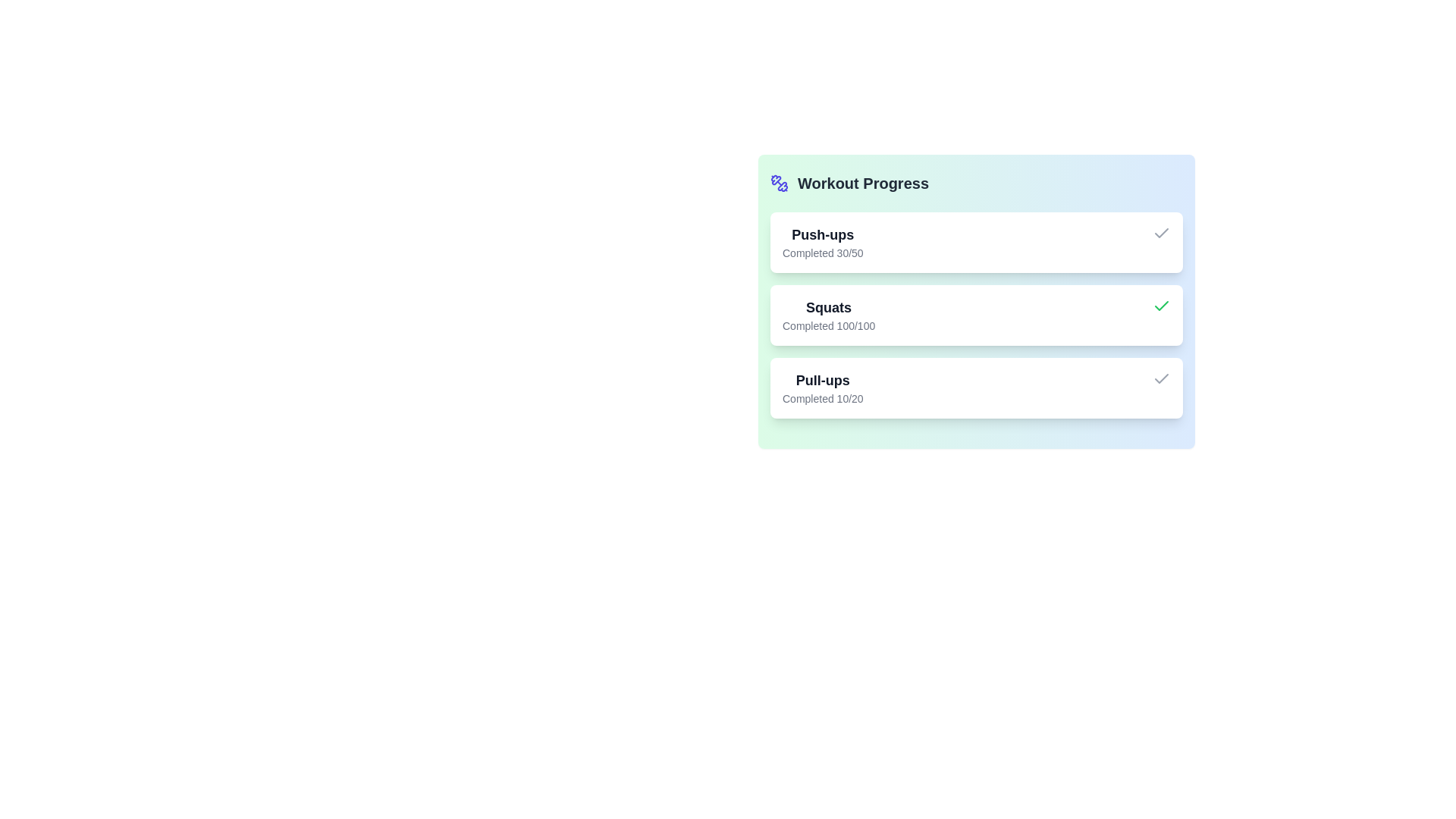  Describe the element at coordinates (1160, 233) in the screenshot. I see `the visual state of the checkmark icon indicating the completion of the 'Squats' task in the 'Workout Progress' section` at that location.